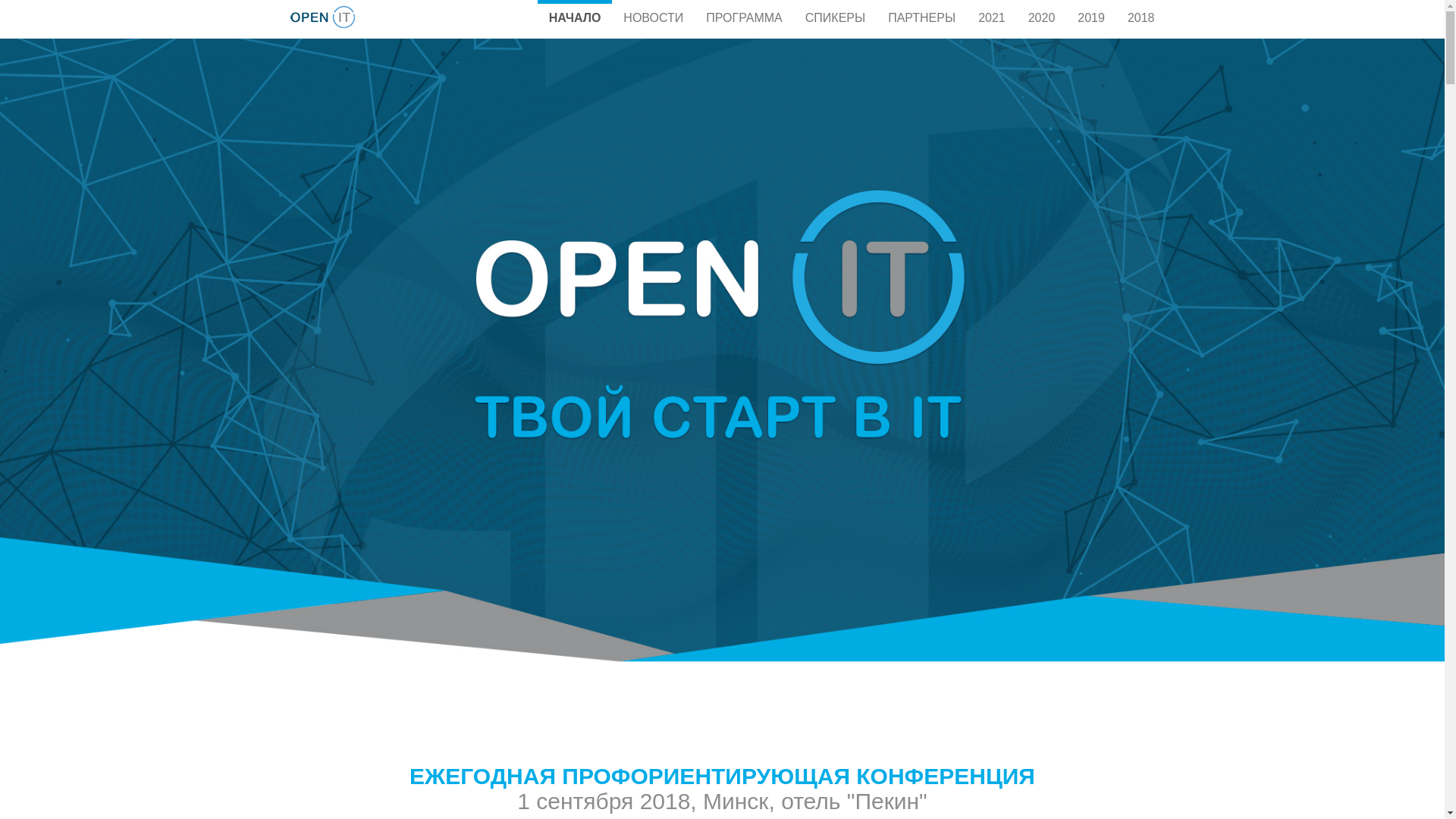 The width and height of the screenshot is (1456, 819). What do you see at coordinates (1040, 17) in the screenshot?
I see `'2020'` at bounding box center [1040, 17].